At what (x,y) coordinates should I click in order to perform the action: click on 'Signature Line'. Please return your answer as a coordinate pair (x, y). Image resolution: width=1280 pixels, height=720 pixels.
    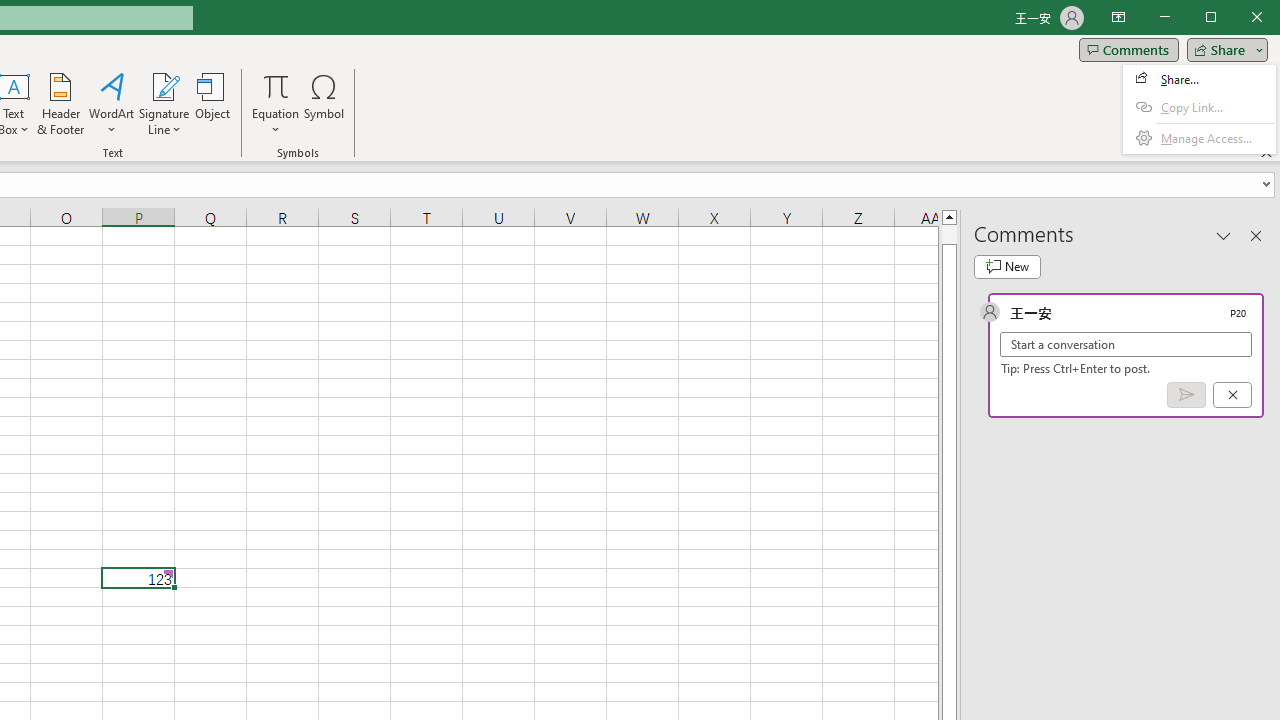
    Looking at the image, I should click on (164, 85).